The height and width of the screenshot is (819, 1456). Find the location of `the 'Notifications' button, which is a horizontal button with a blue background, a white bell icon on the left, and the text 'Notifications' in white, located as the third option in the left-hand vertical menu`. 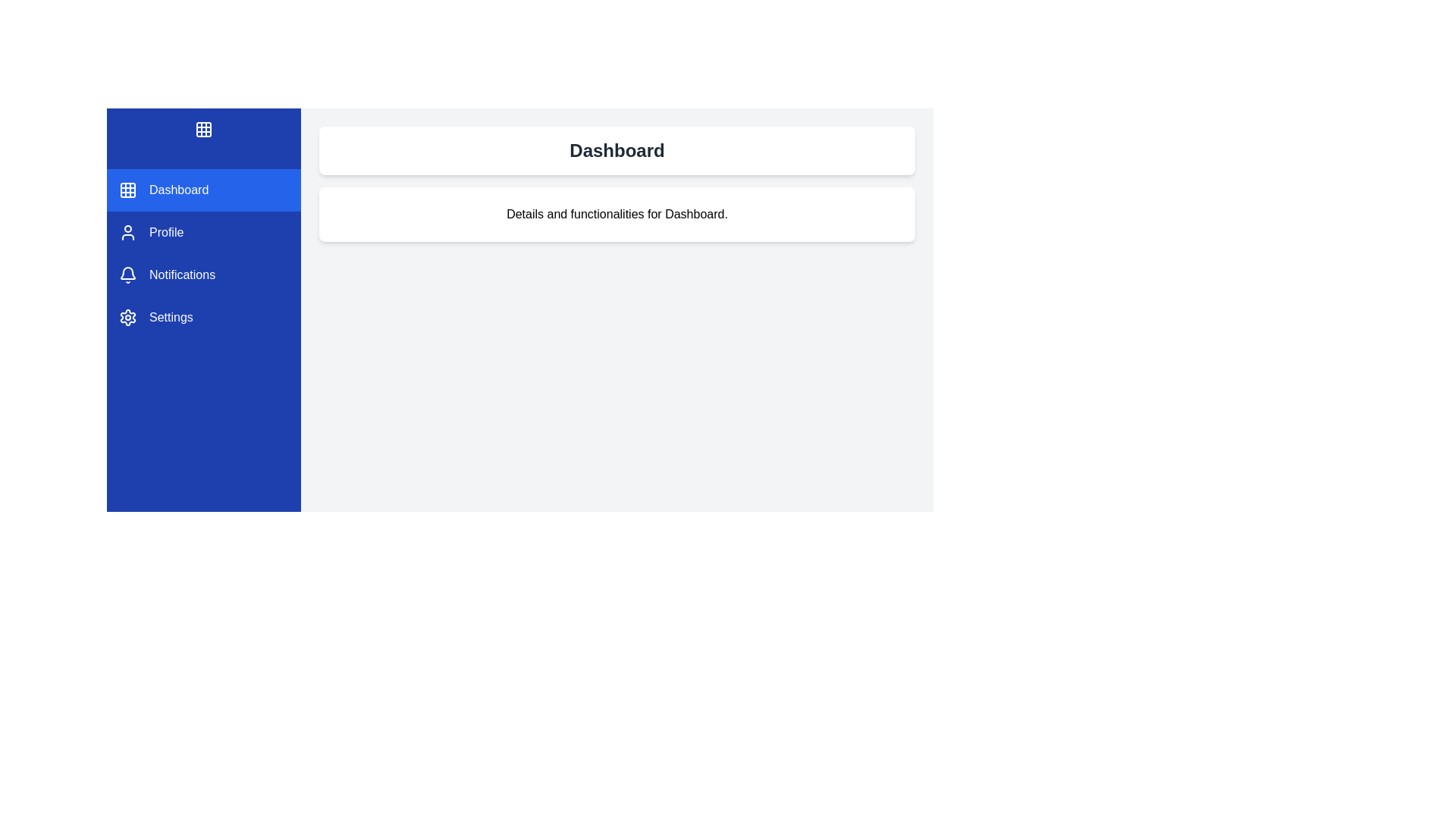

the 'Notifications' button, which is a horizontal button with a blue background, a white bell icon on the left, and the text 'Notifications' in white, located as the third option in the left-hand vertical menu is located at coordinates (202, 275).